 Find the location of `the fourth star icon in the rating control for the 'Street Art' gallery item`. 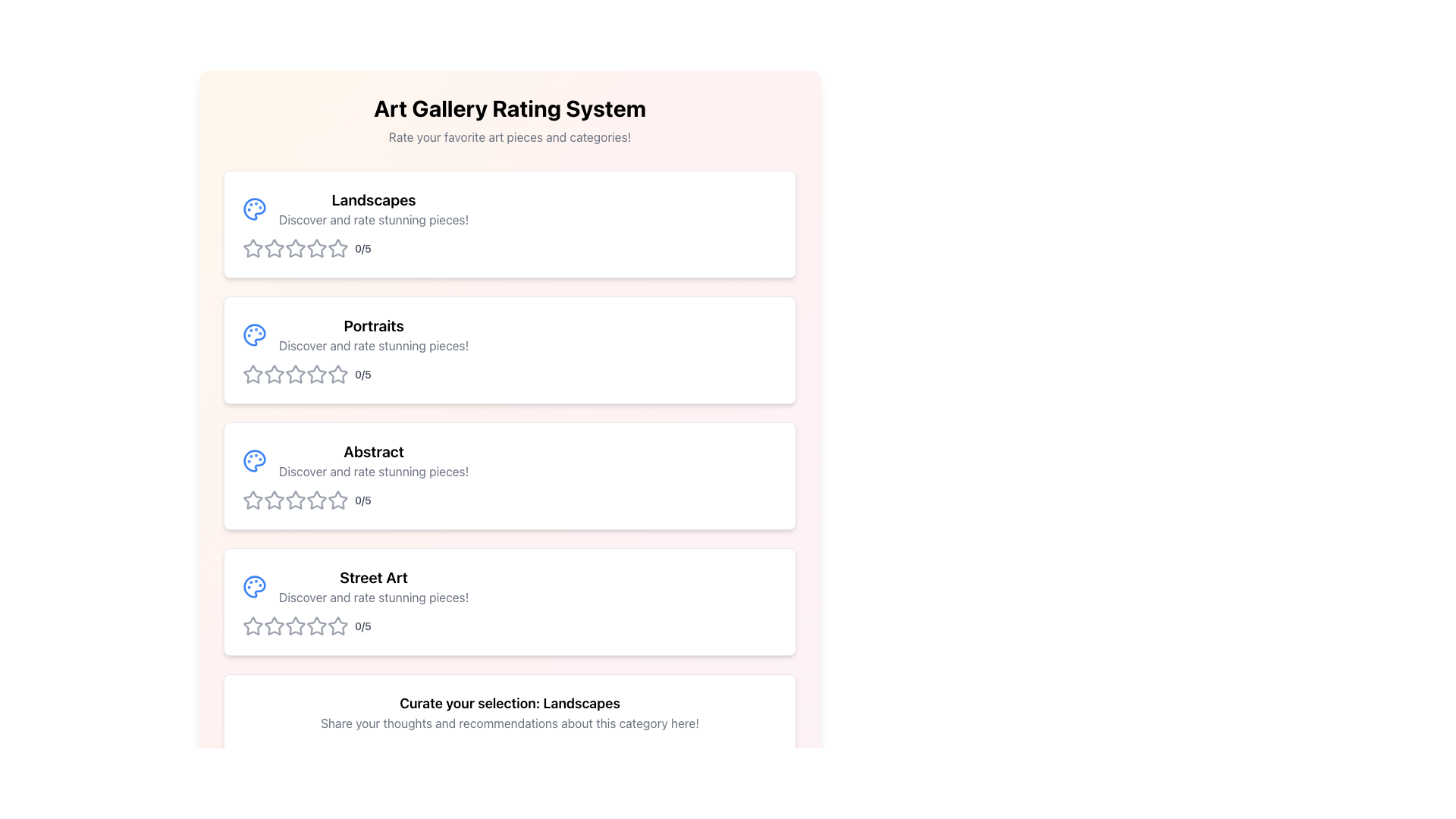

the fourth star icon in the rating control for the 'Street Art' gallery item is located at coordinates (315, 626).